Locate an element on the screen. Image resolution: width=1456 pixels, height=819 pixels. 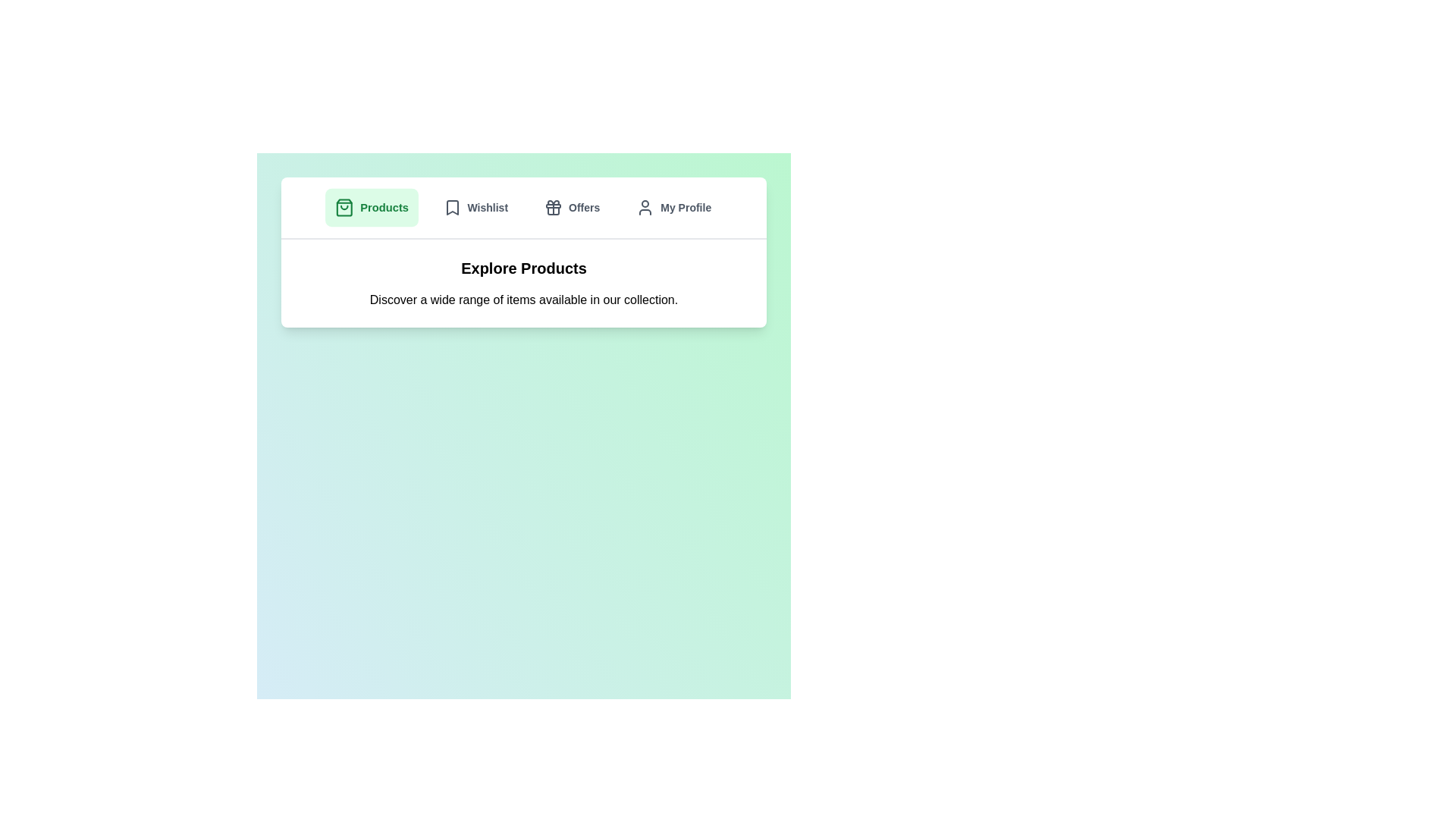
the 'Wishlist' icon in the navigation bar is located at coordinates (451, 207).